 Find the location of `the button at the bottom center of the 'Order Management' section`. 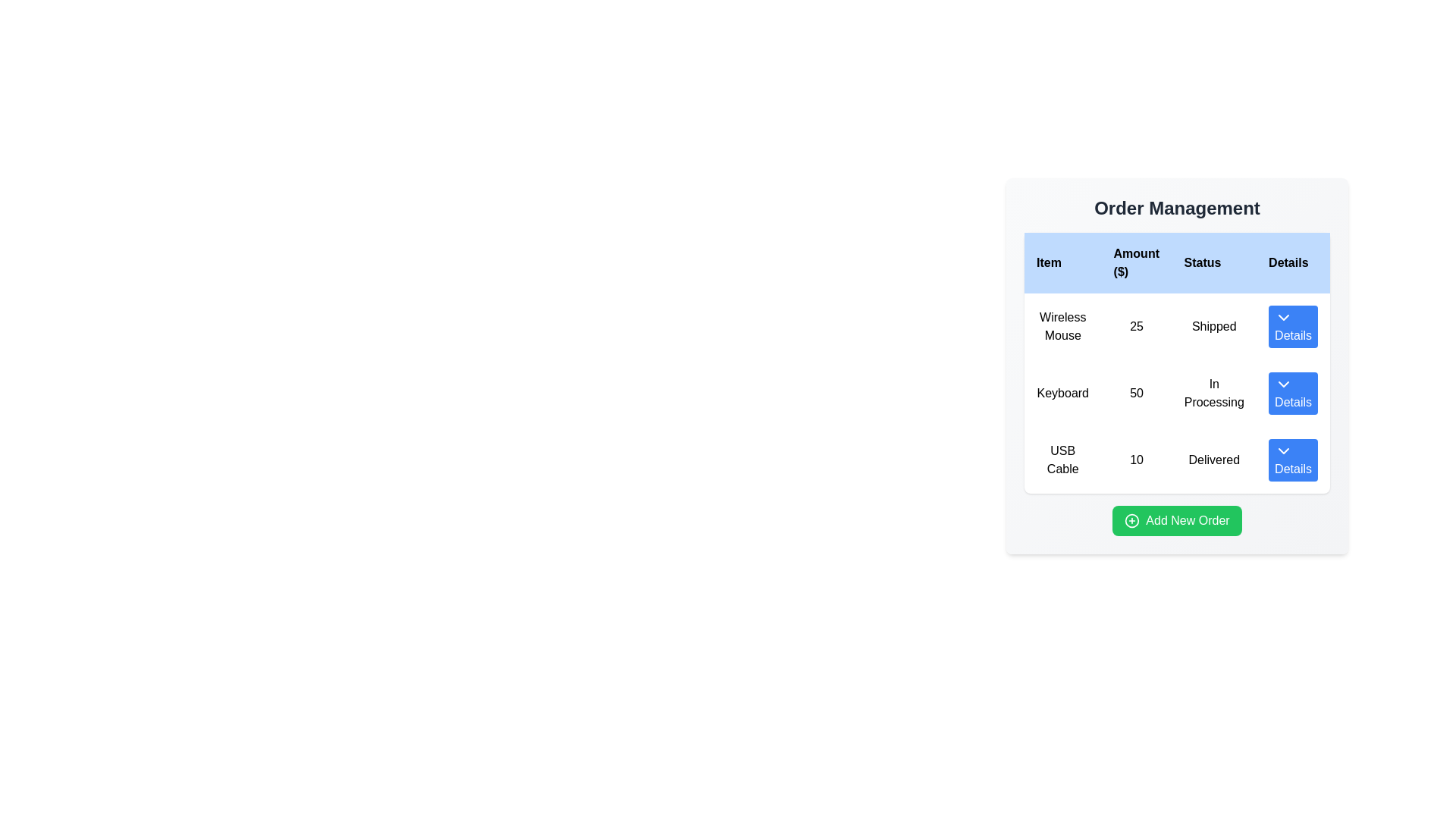

the button at the bottom center of the 'Order Management' section is located at coordinates (1176, 519).